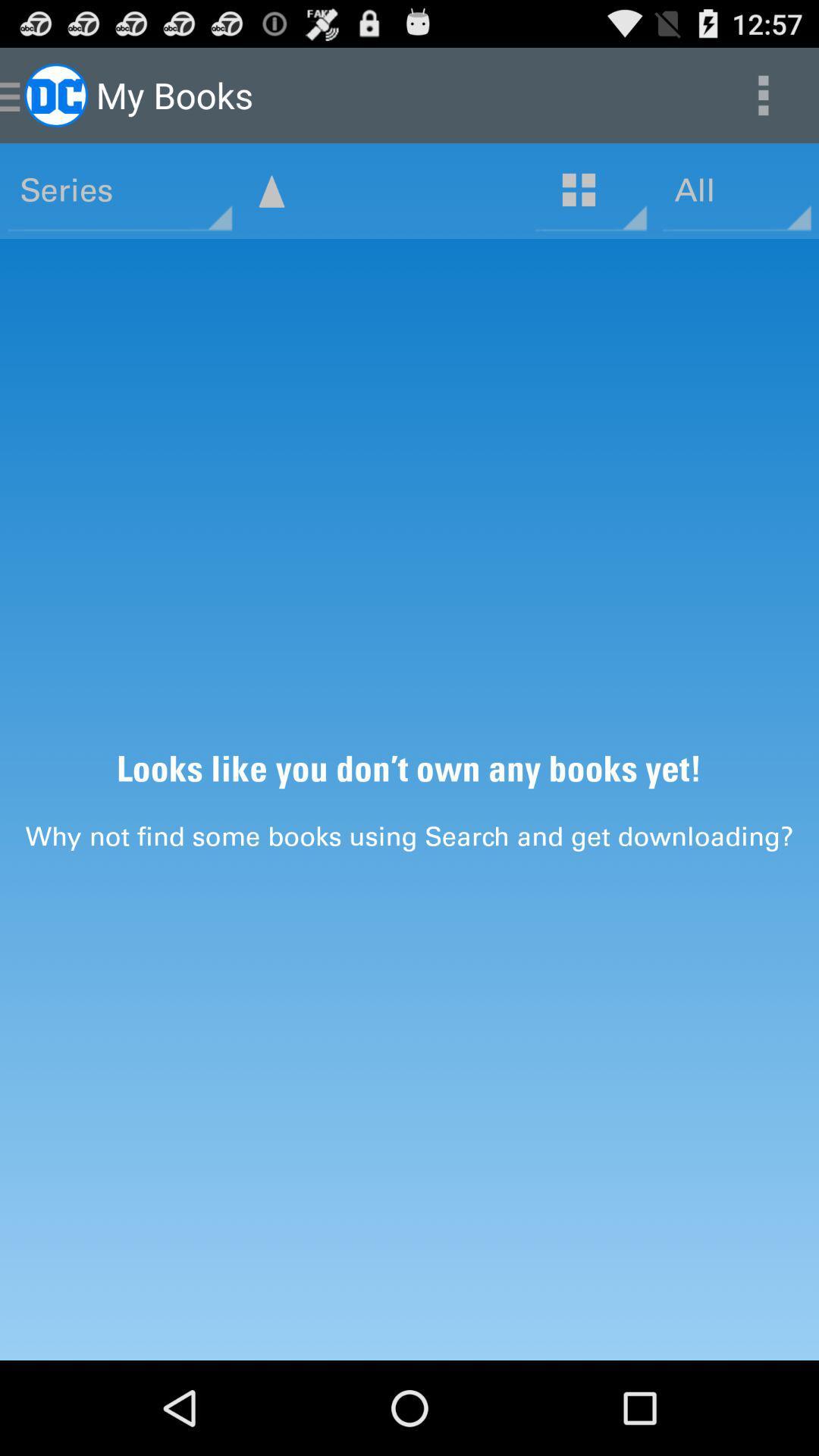 This screenshot has width=819, height=1456. What do you see at coordinates (271, 190) in the screenshot?
I see `the item below the my books` at bounding box center [271, 190].